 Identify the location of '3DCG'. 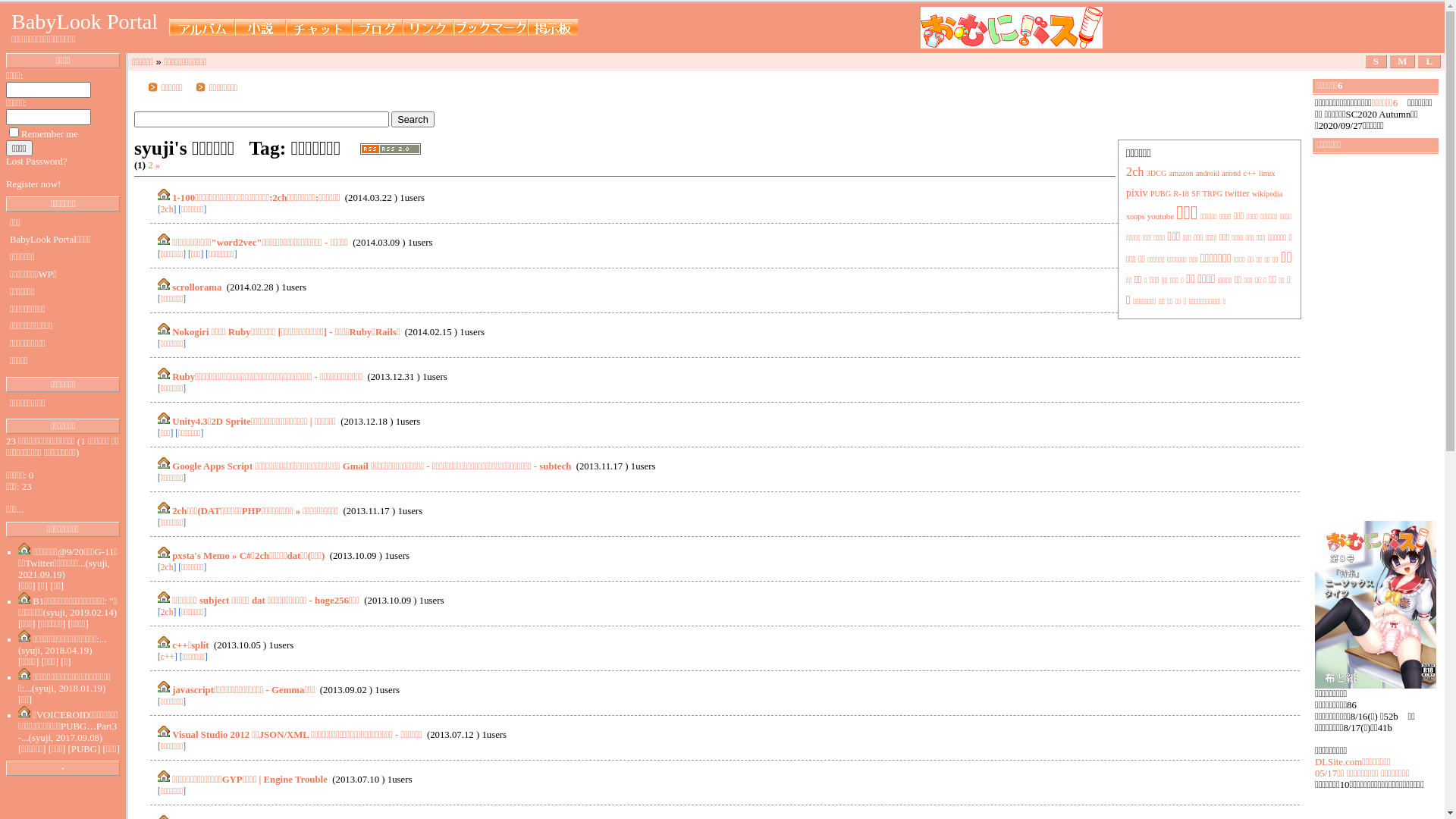
(1156, 172).